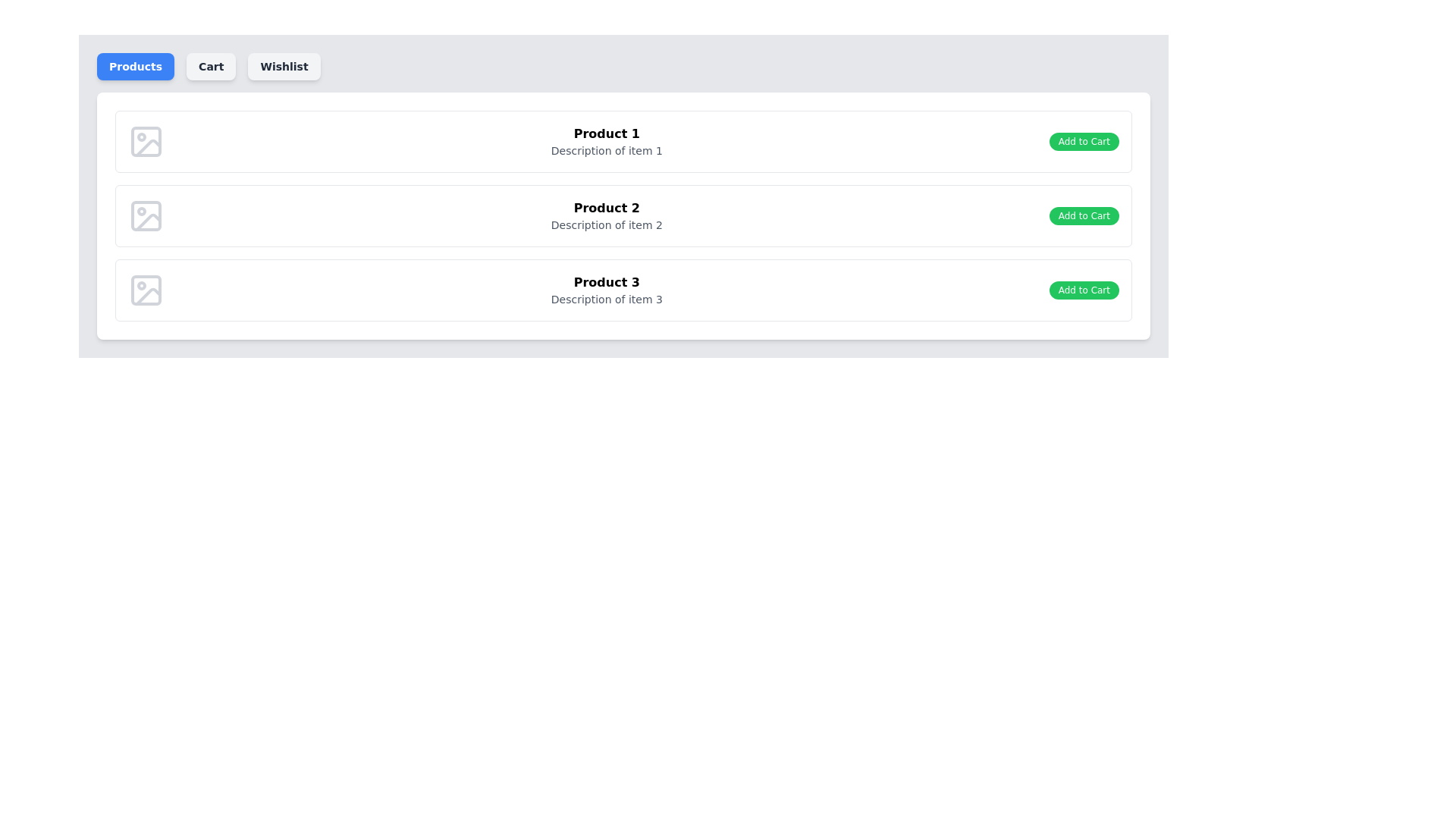 This screenshot has height=819, width=1456. Describe the element at coordinates (1083, 290) in the screenshot. I see `the third button in a group of similar buttons, positioned to the right of its corresponding product description` at that location.